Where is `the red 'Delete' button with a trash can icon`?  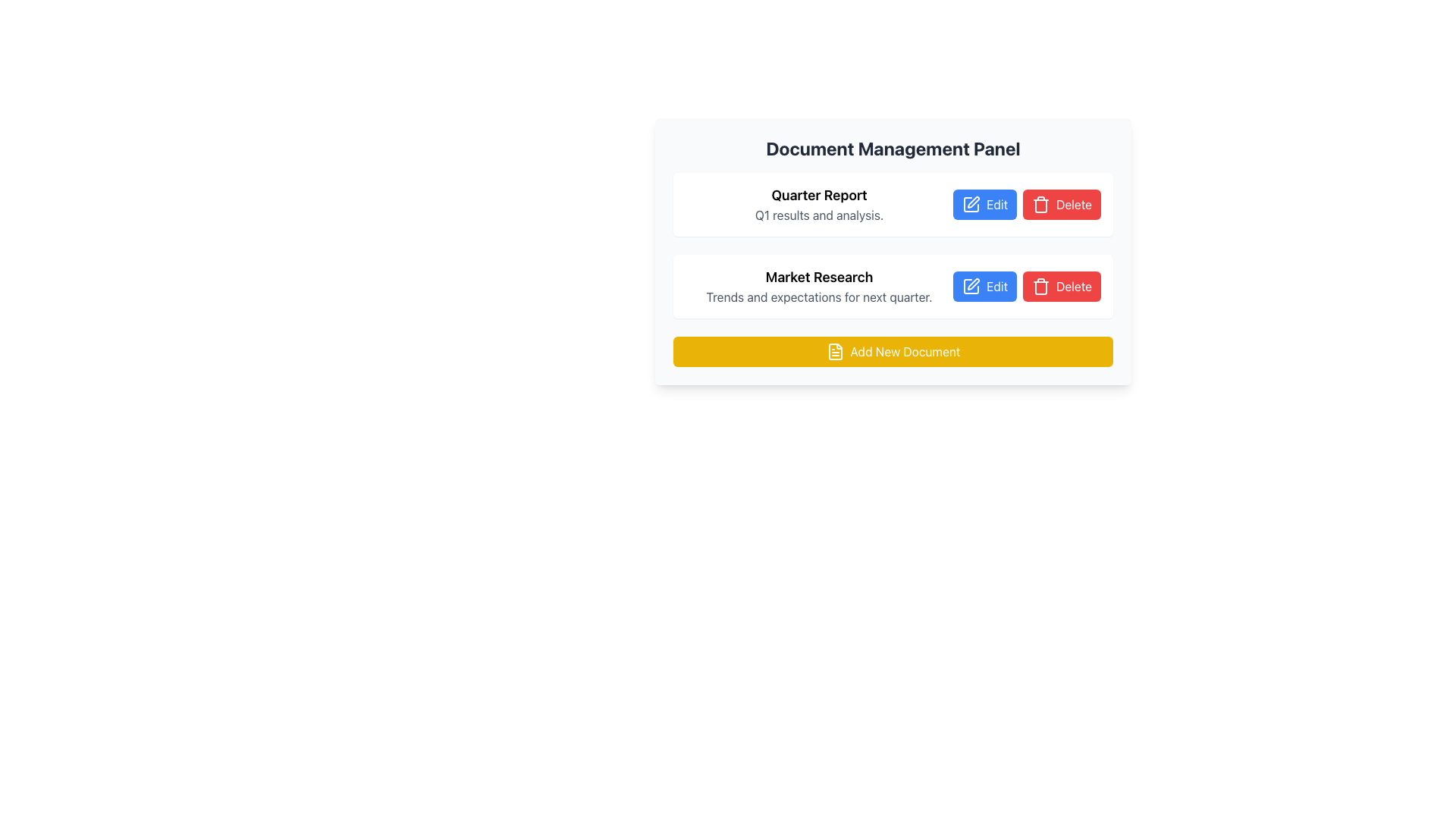
the red 'Delete' button with a trash can icon is located at coordinates (1061, 205).